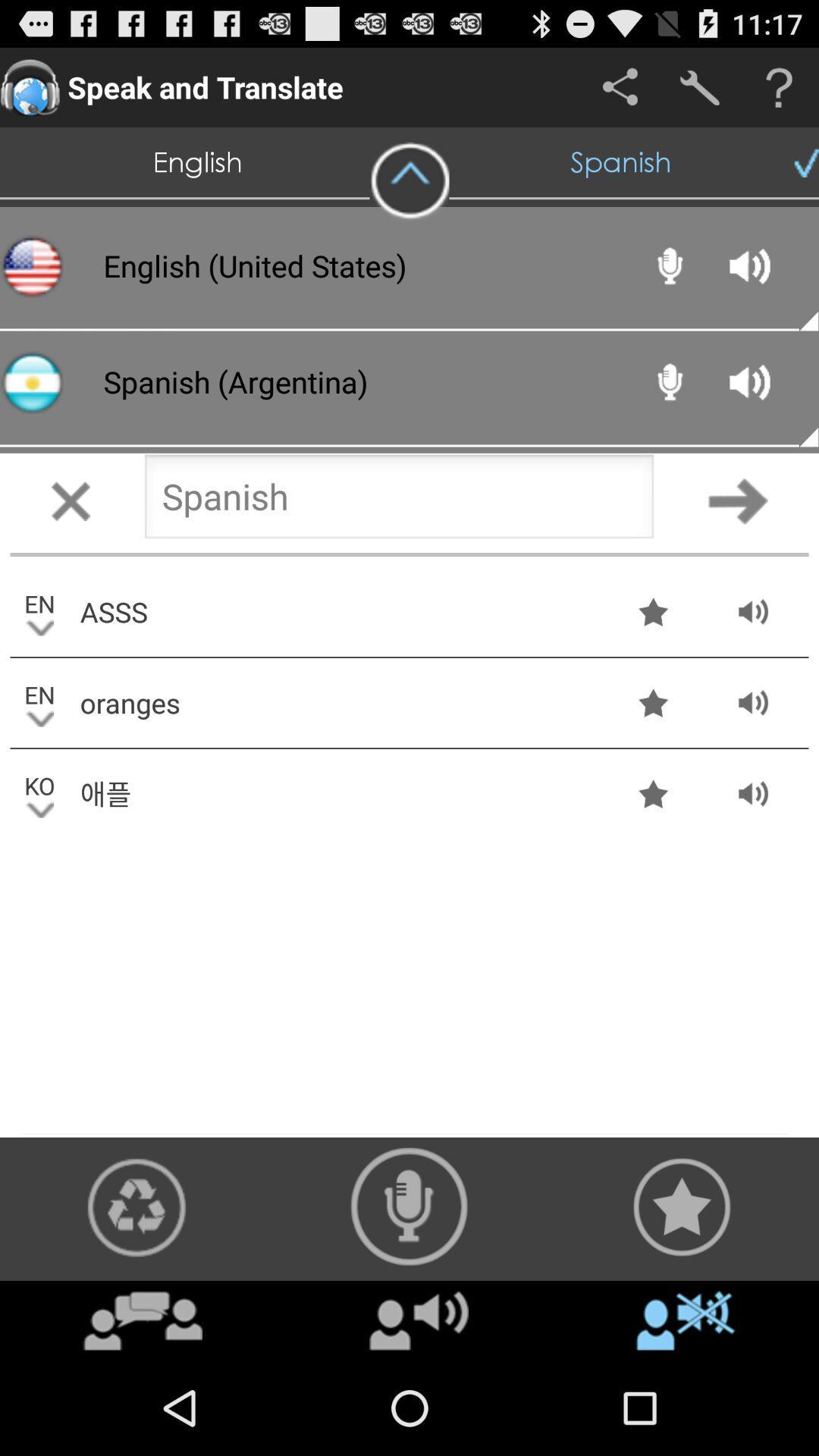 The height and width of the screenshot is (1456, 819). What do you see at coordinates (70, 500) in the screenshot?
I see `cancel button` at bounding box center [70, 500].